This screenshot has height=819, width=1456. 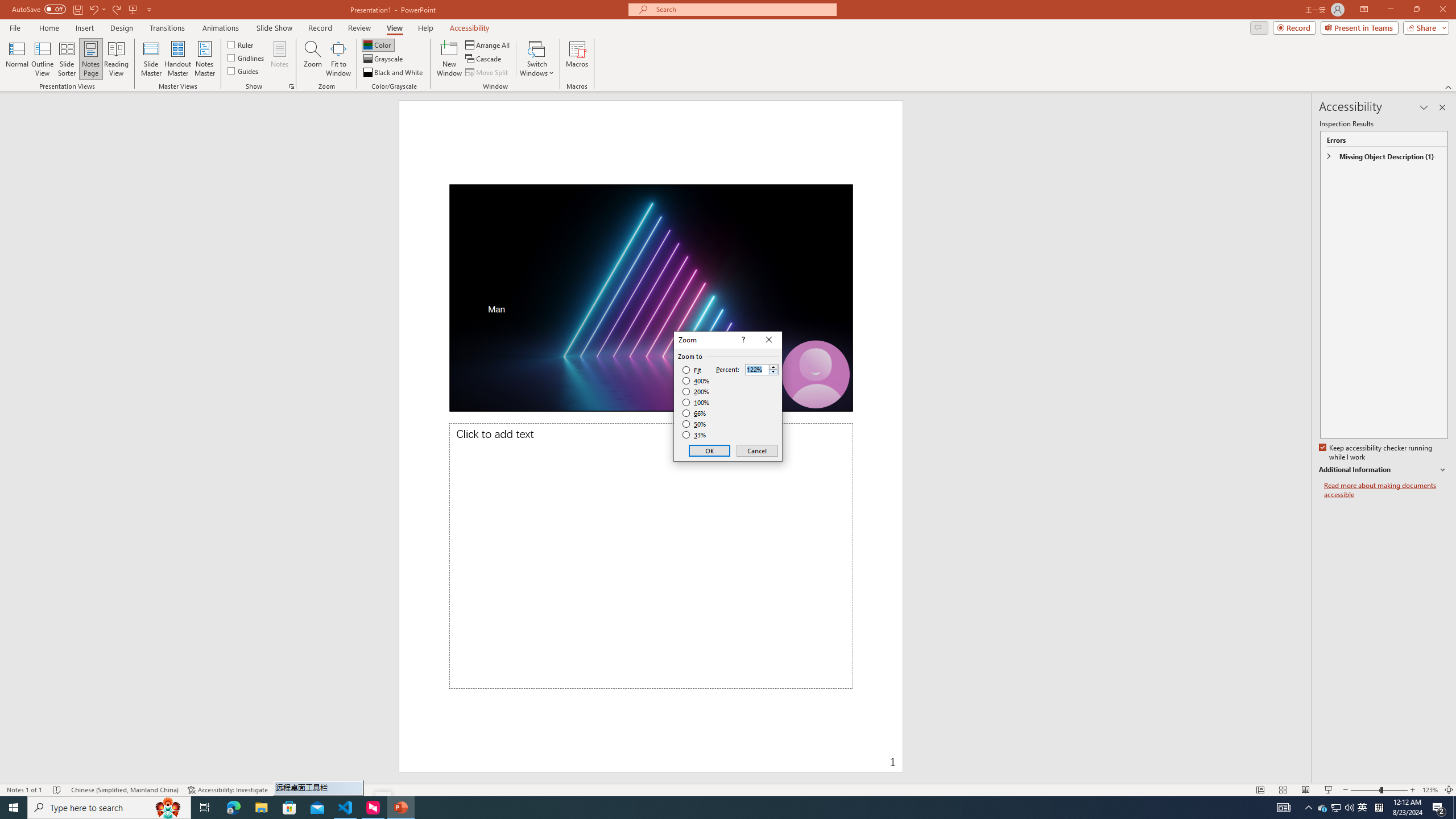 What do you see at coordinates (696, 402) in the screenshot?
I see `'100%'` at bounding box center [696, 402].